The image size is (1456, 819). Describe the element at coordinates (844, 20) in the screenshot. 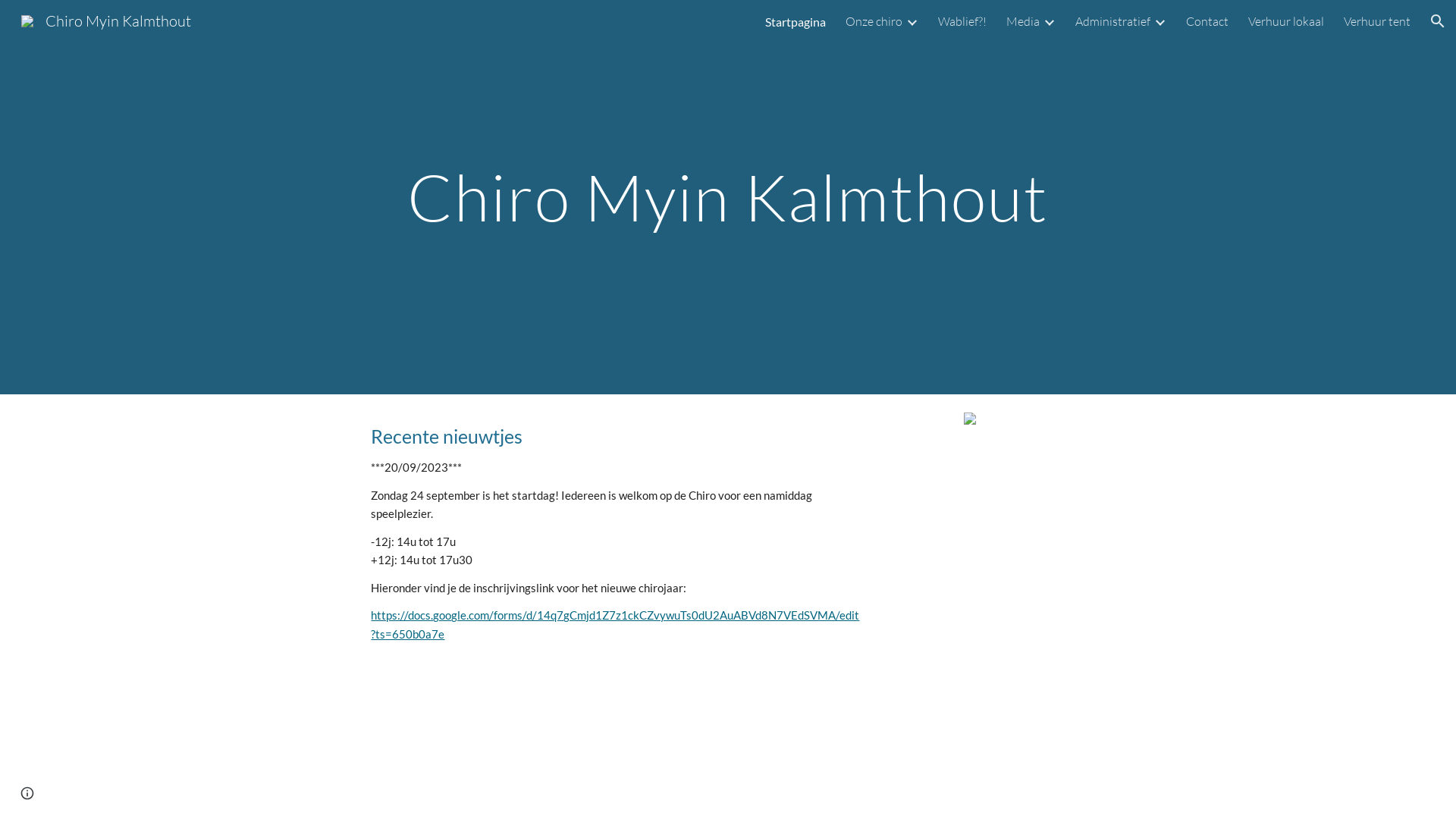

I see `'Onze chiro'` at that location.